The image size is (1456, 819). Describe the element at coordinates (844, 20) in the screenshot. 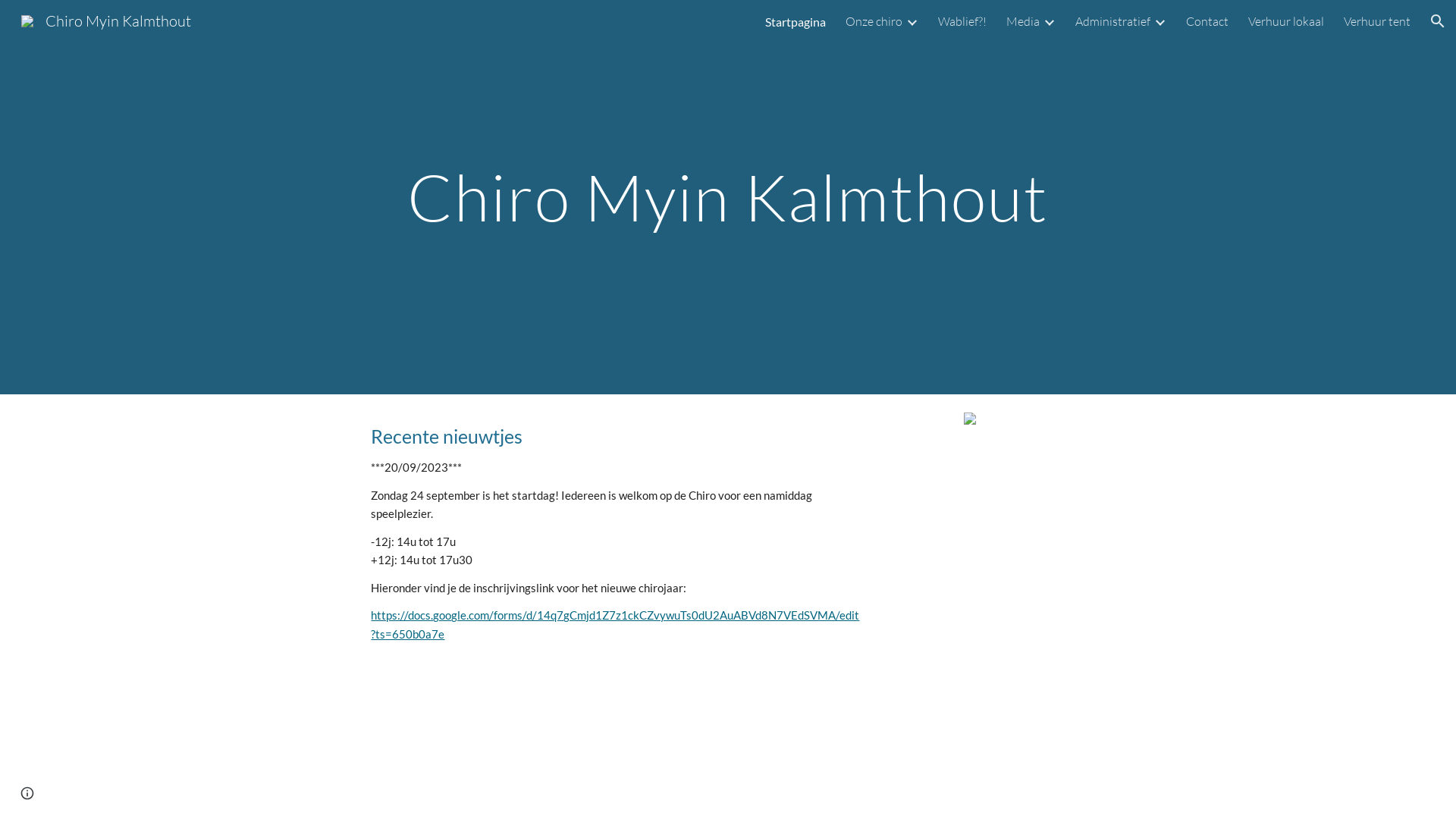

I see `'Onze chiro'` at that location.